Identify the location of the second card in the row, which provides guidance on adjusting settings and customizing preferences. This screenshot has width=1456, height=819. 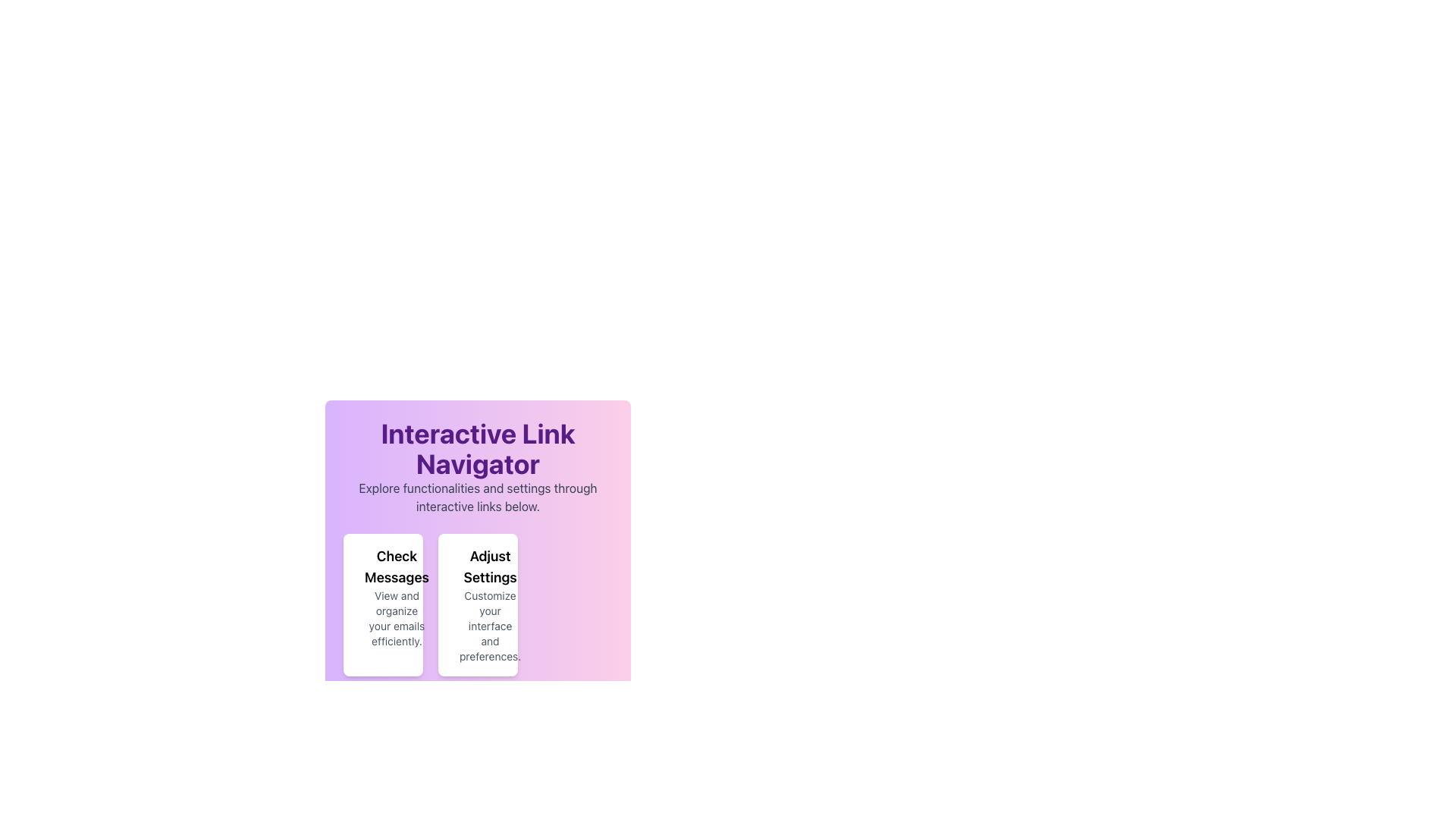
(477, 547).